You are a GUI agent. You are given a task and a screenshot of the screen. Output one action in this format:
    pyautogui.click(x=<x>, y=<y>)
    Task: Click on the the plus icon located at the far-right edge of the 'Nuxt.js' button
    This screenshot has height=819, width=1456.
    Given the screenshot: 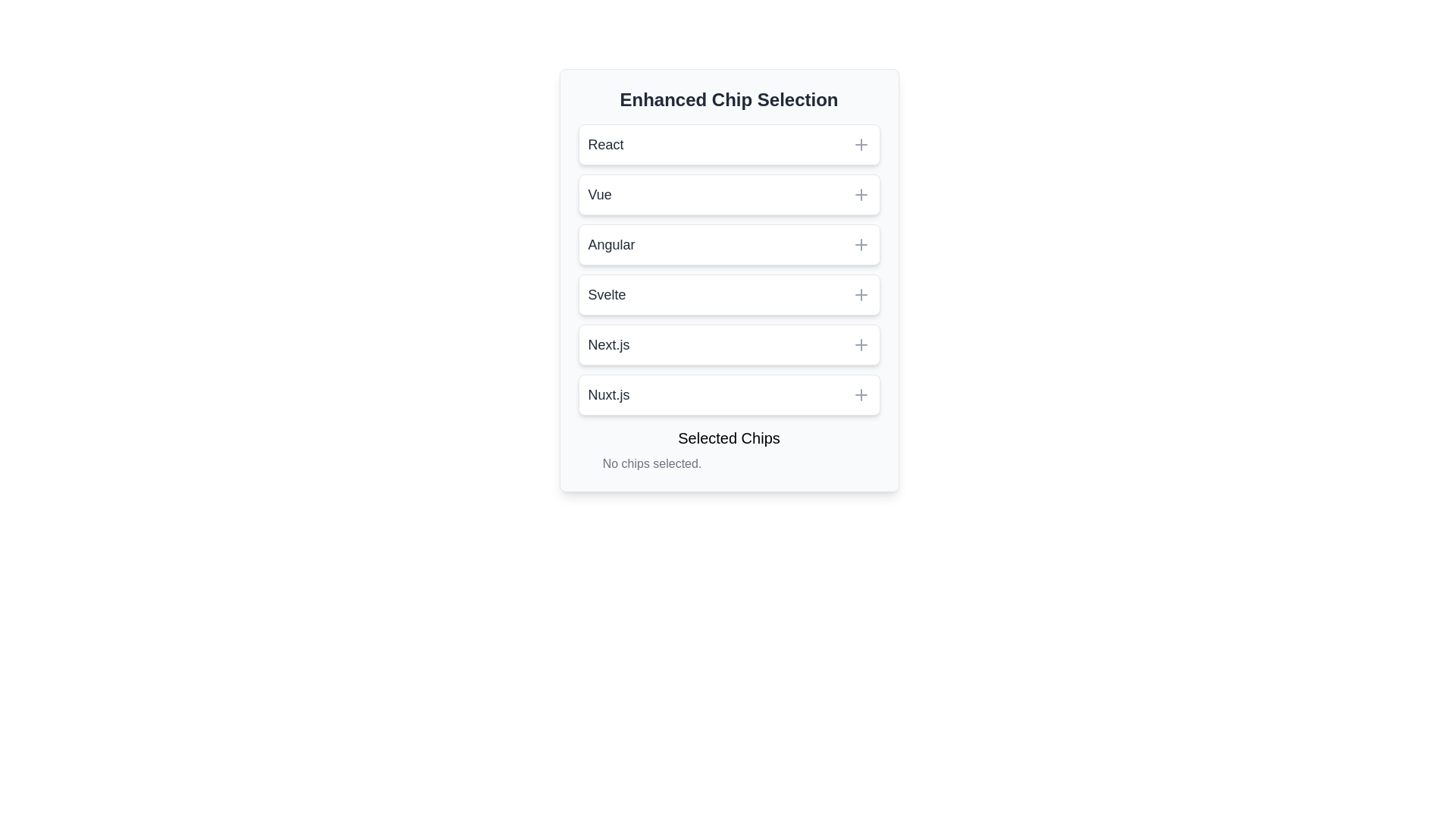 What is the action you would take?
    pyautogui.click(x=861, y=394)
    